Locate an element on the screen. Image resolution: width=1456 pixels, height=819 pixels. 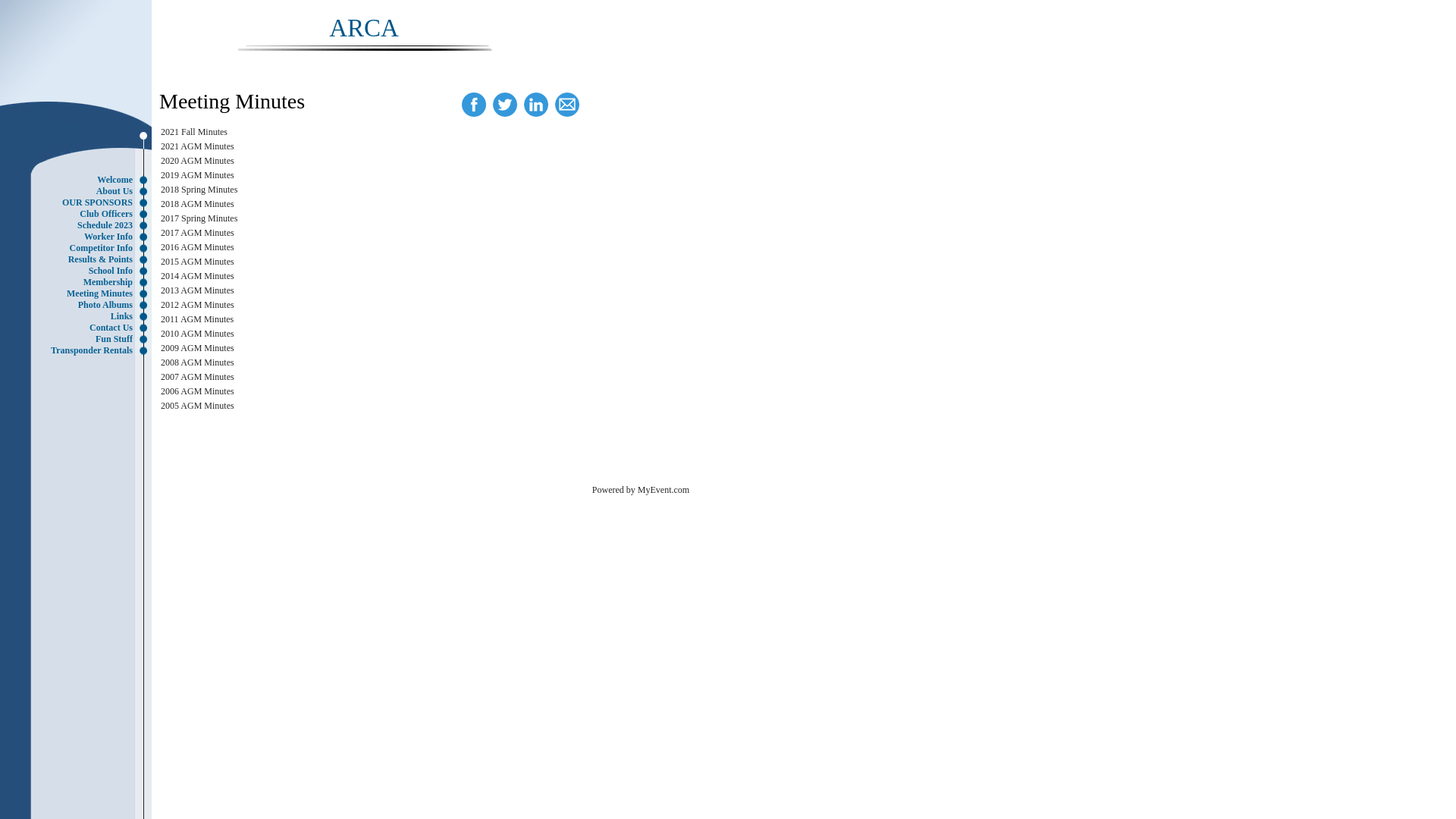
'Welcome' is located at coordinates (79, 179).